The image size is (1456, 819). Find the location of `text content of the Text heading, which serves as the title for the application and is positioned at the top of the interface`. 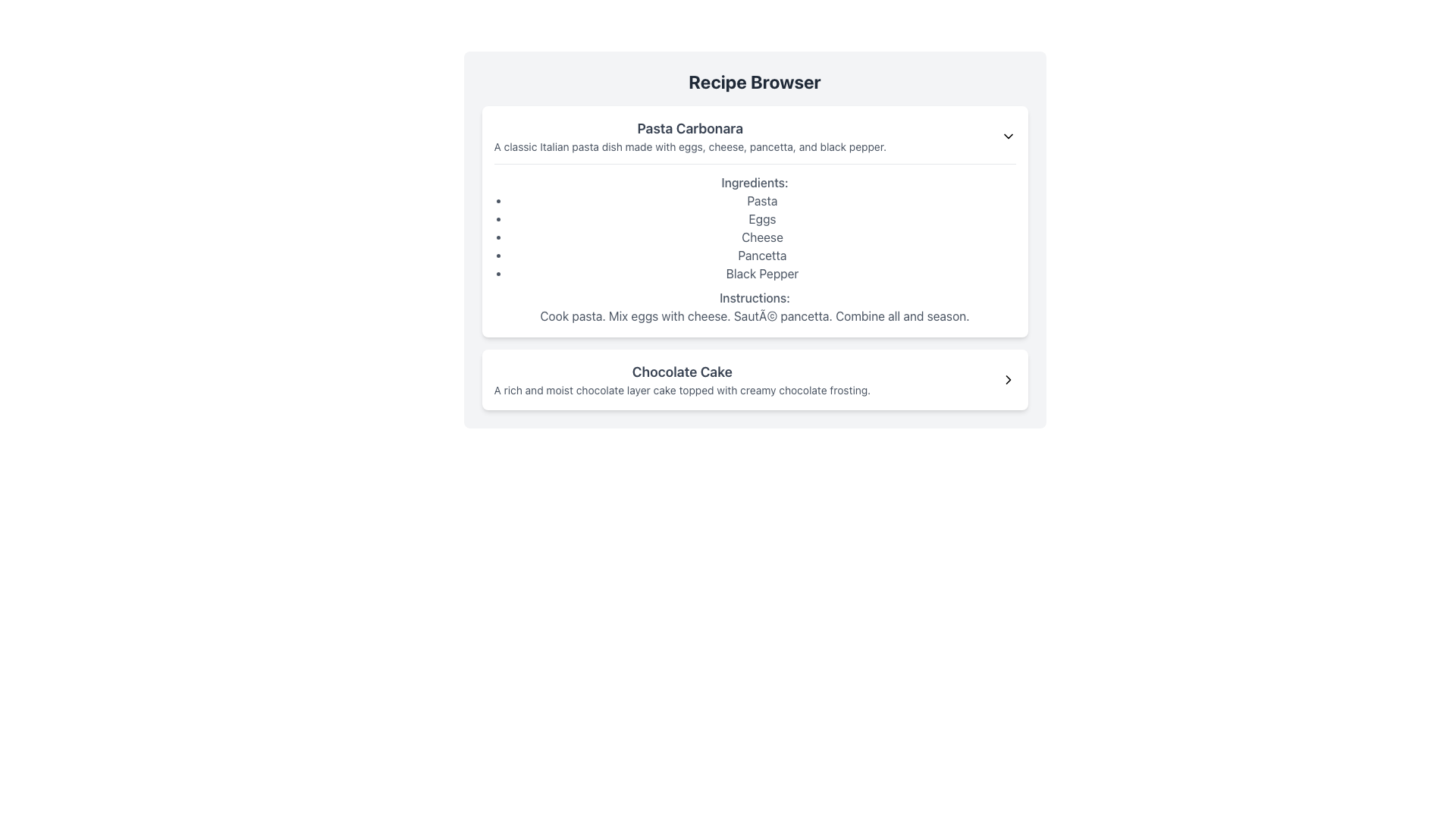

text content of the Text heading, which serves as the title for the application and is positioned at the top of the interface is located at coordinates (755, 82).